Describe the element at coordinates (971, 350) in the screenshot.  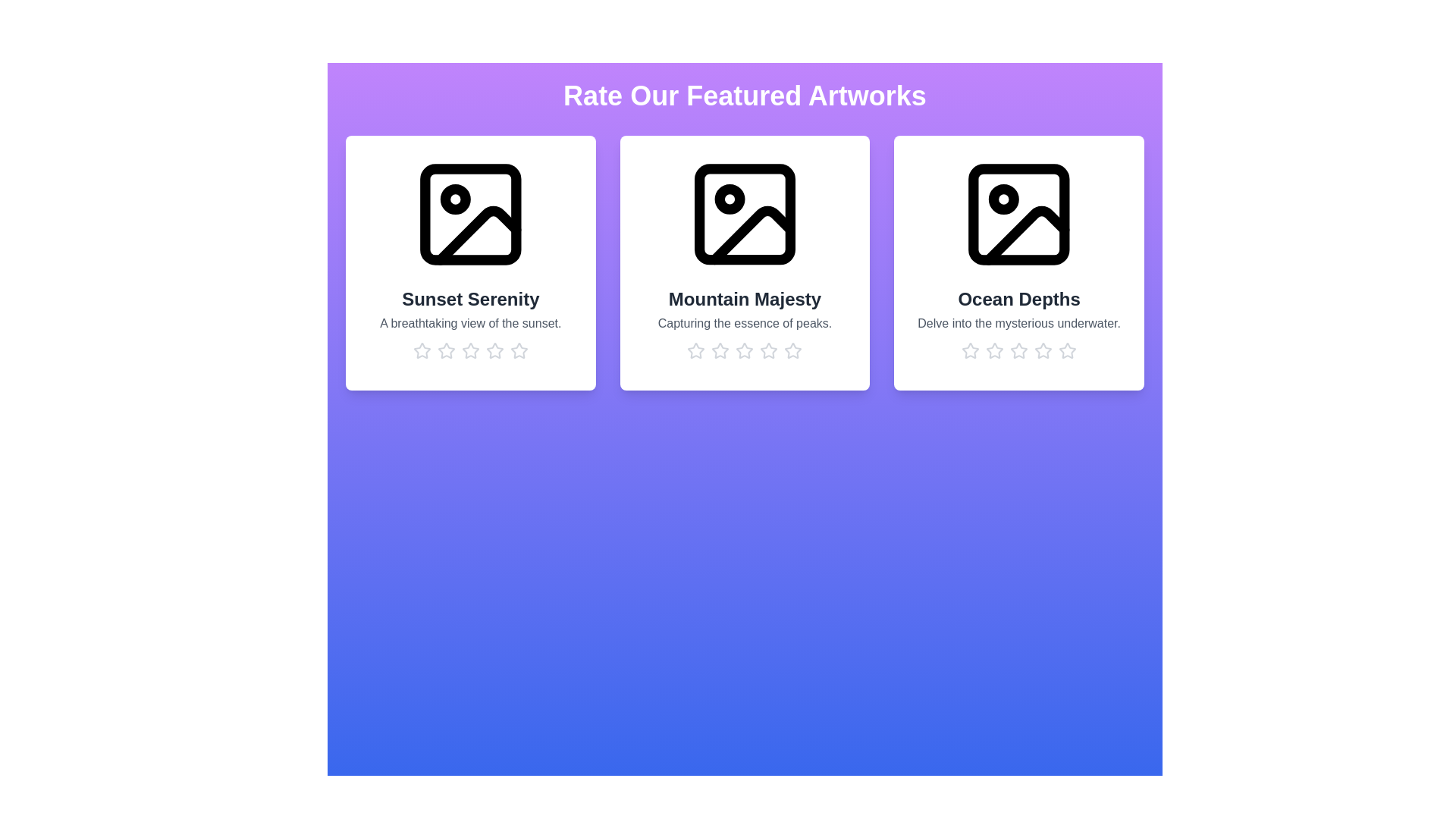
I see `the rating for the artwork 'Ocean Depths' to 1 stars` at that location.